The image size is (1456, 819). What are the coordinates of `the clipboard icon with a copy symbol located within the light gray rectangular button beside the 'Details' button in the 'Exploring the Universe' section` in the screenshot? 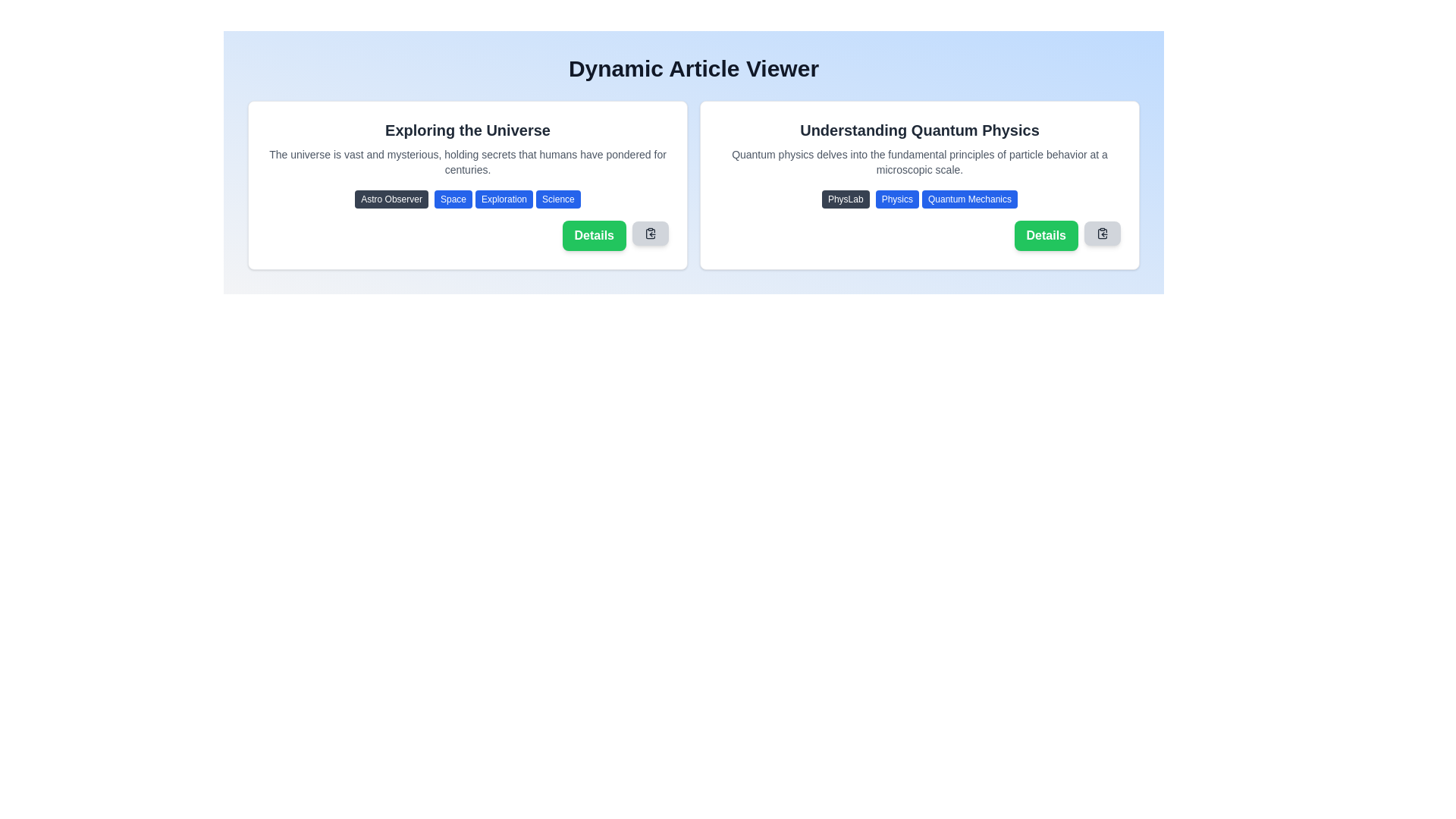 It's located at (651, 234).